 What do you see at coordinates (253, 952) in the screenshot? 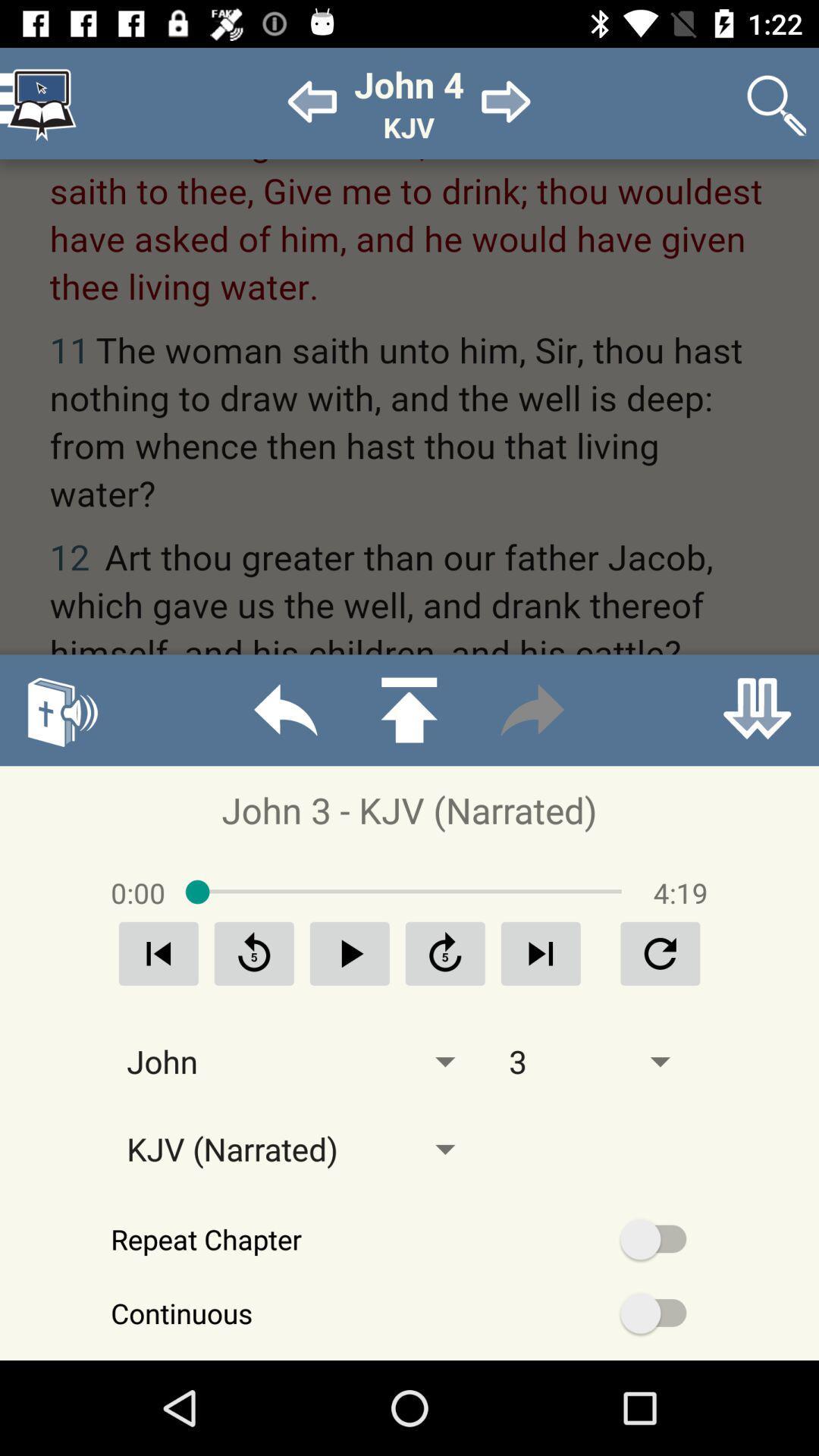
I see `go back` at bounding box center [253, 952].